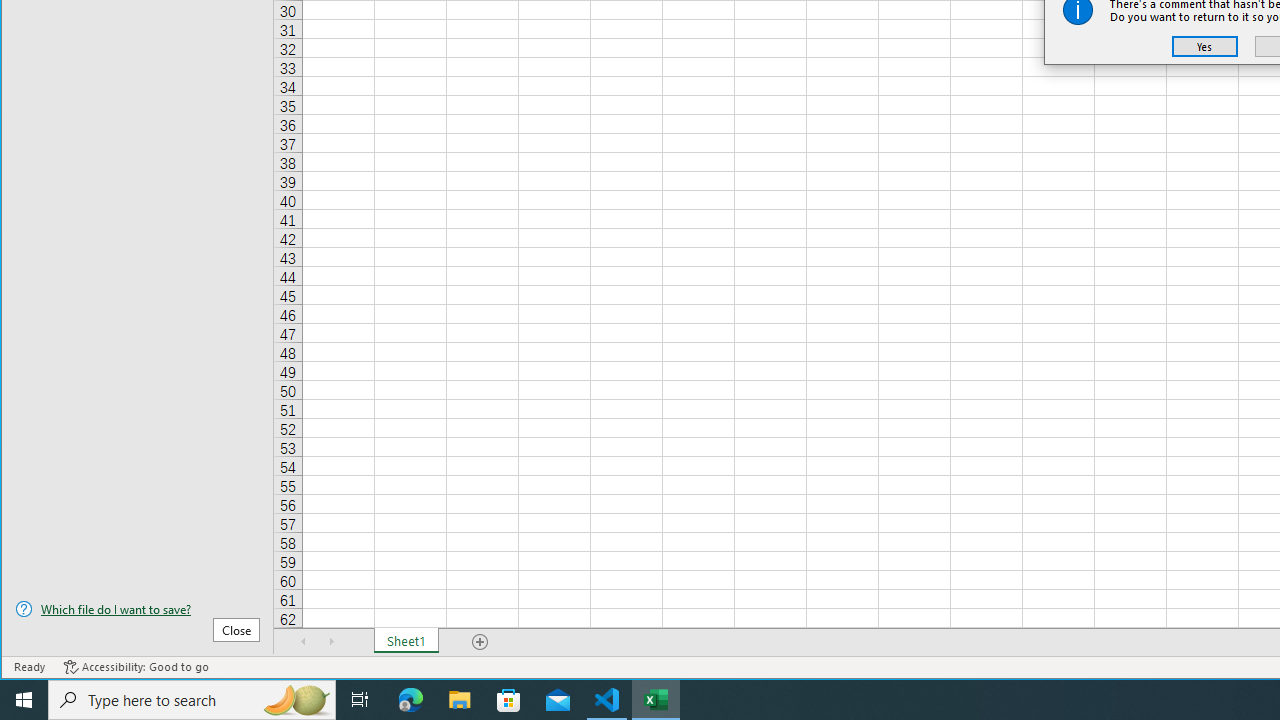 This screenshot has height=720, width=1280. Describe the element at coordinates (192, 698) in the screenshot. I see `'Type here to search'` at that location.